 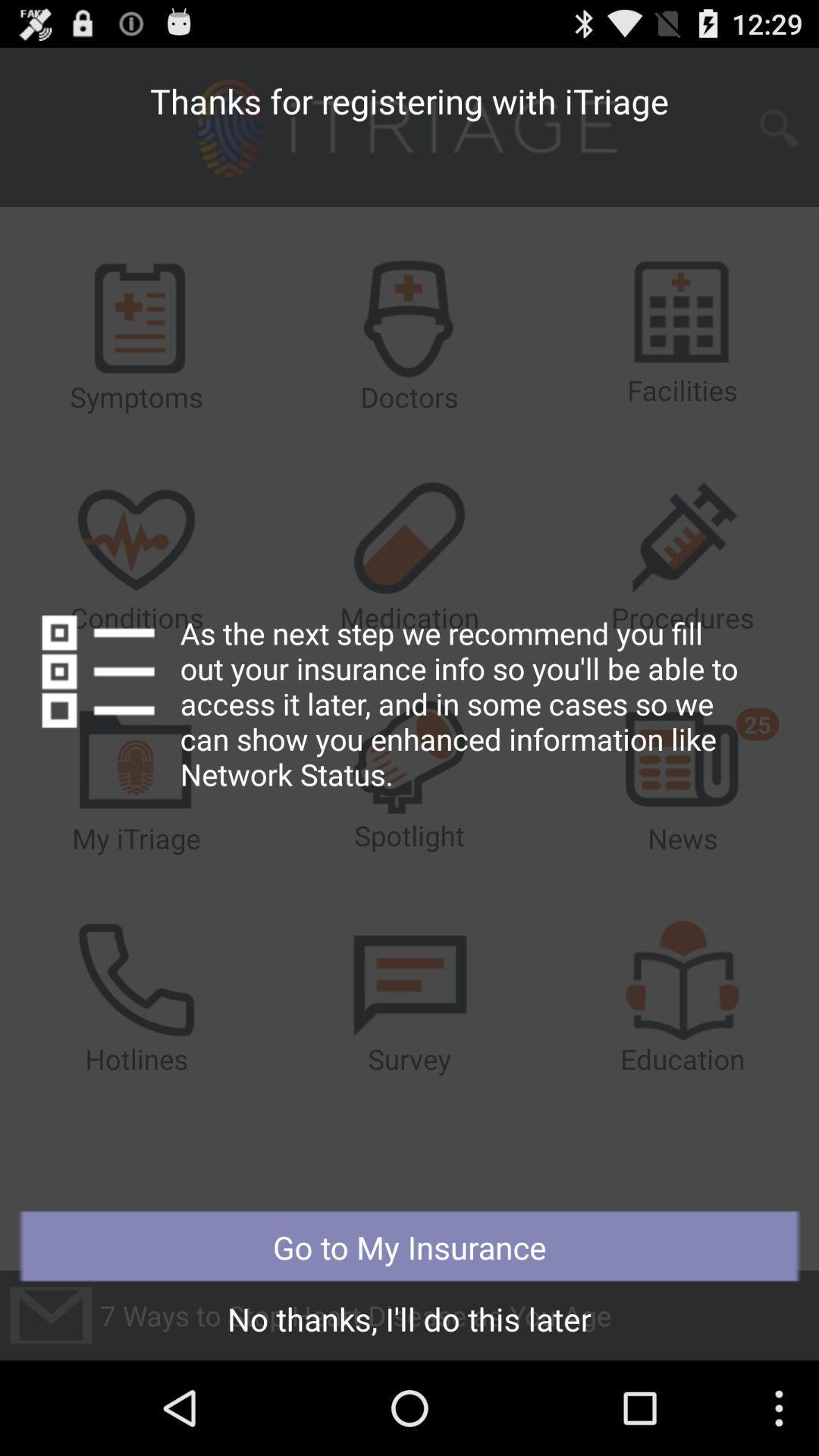 What do you see at coordinates (409, 1323) in the screenshot?
I see `the no thanks i icon` at bounding box center [409, 1323].